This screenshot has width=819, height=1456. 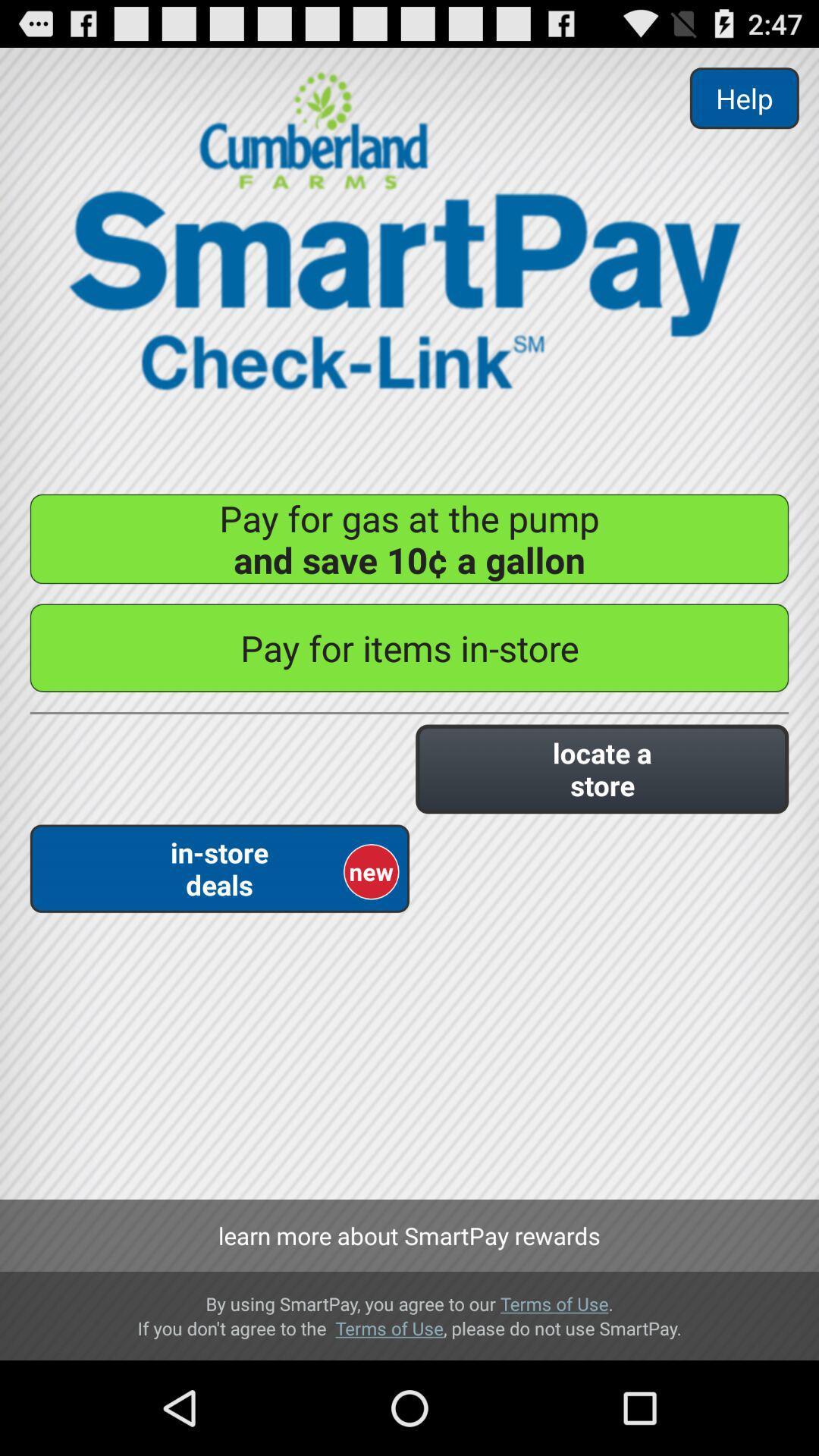 I want to click on button above the pay for gas item, so click(x=743, y=97).